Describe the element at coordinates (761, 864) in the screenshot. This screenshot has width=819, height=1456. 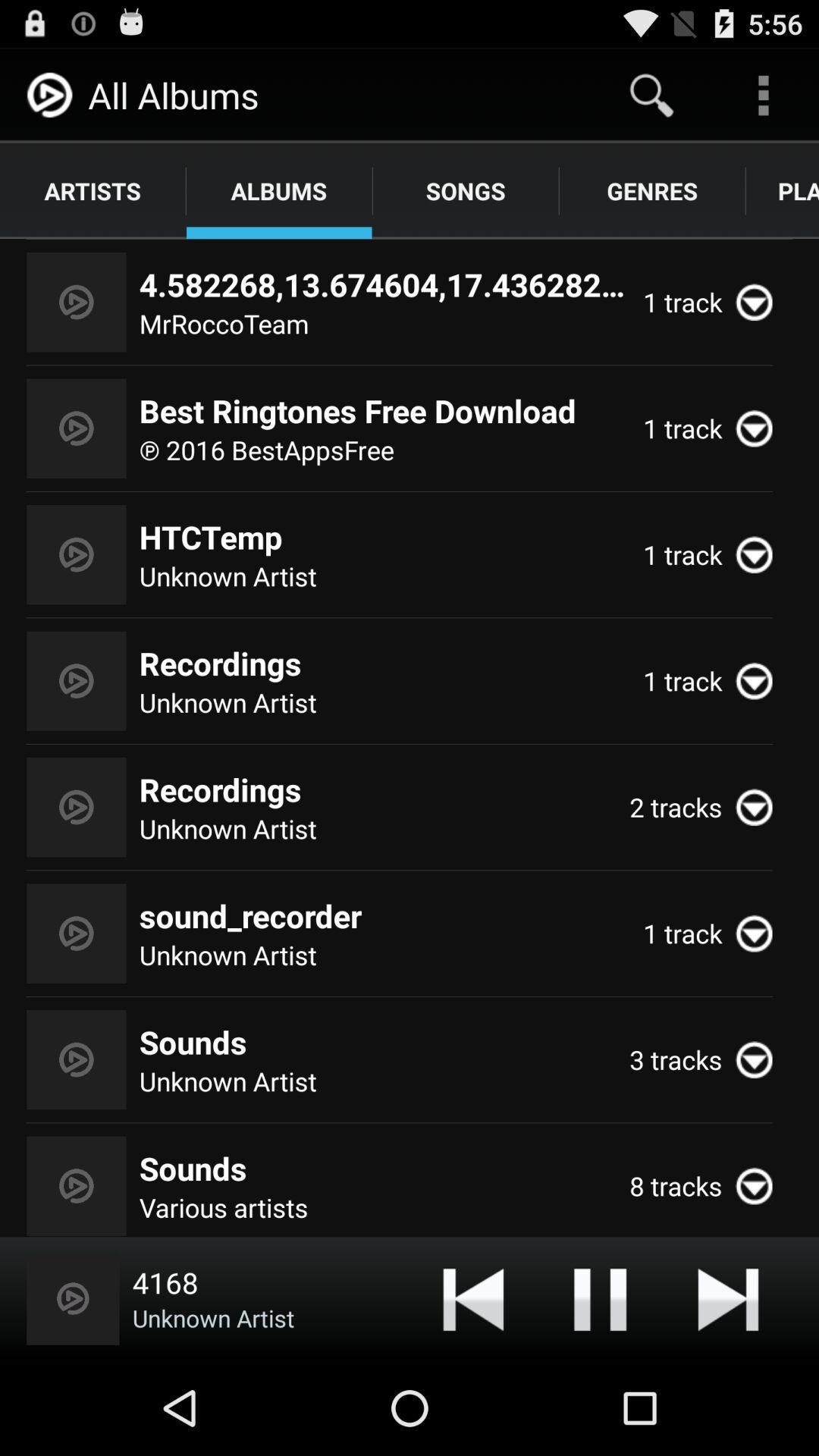
I see `the expand_more icon` at that location.